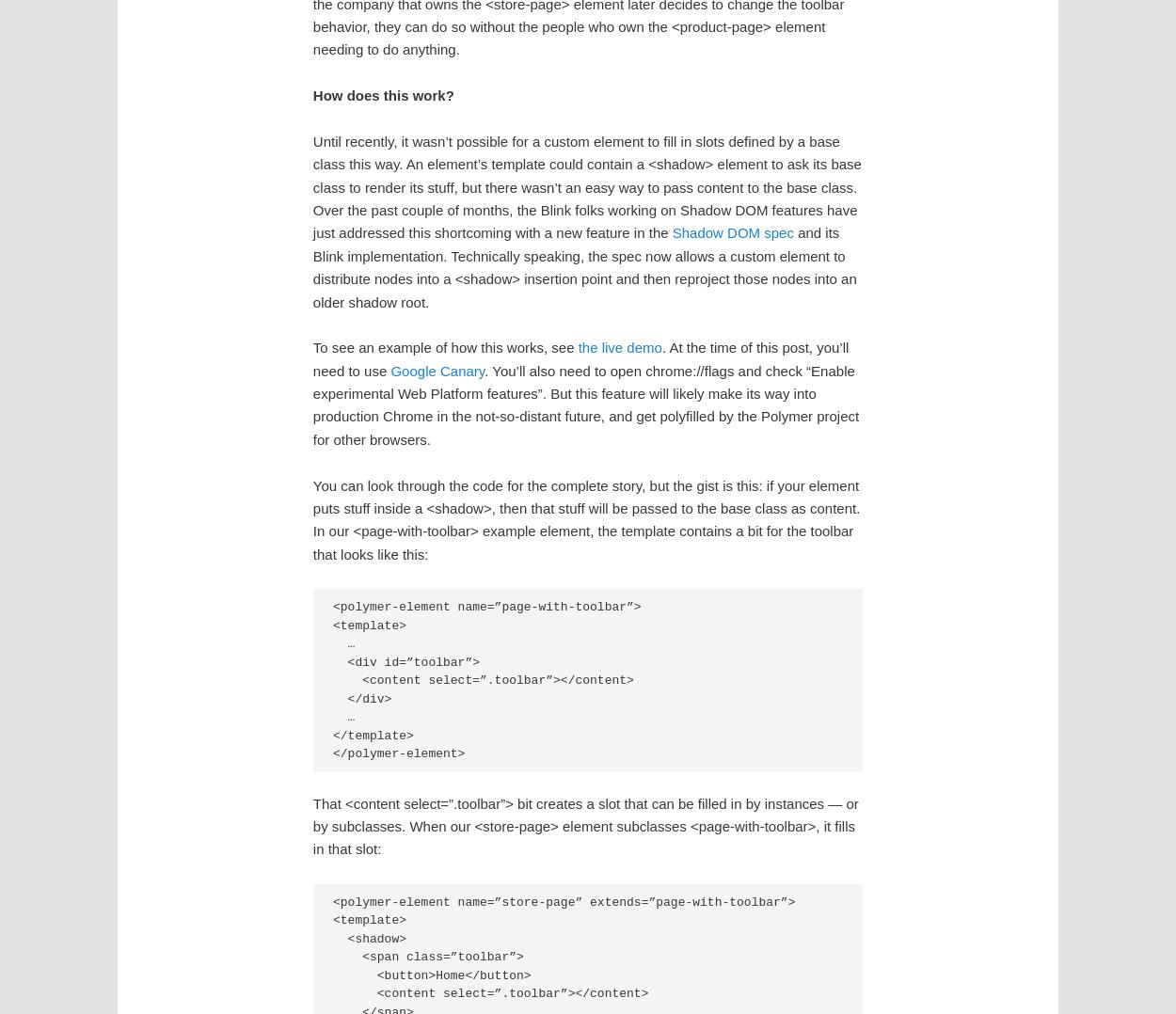 This screenshot has height=1014, width=1176. I want to click on '. At the time of this post, you’ll need to use', so click(580, 358).